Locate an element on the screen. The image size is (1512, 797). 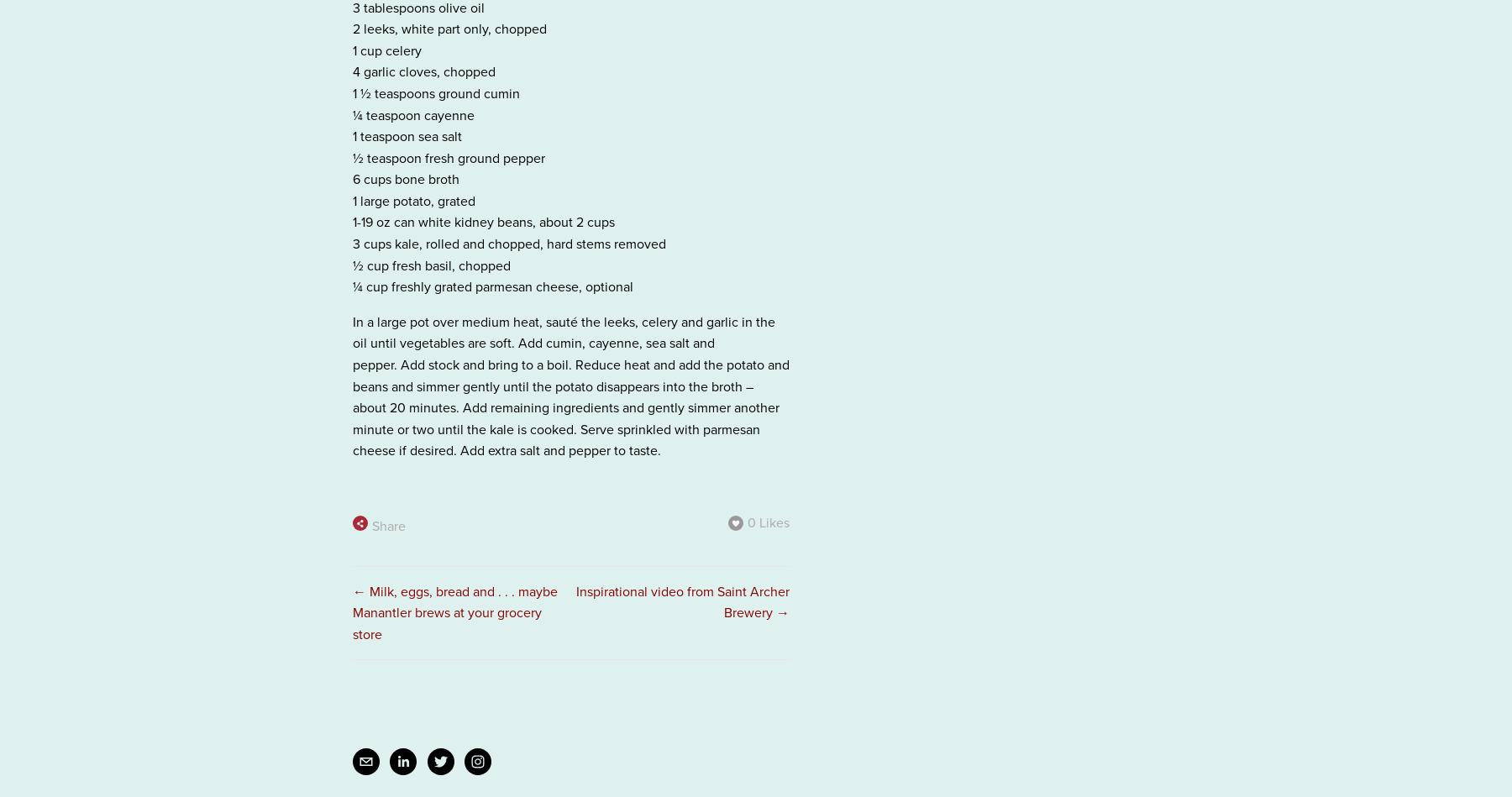
'1-19 oz can white kidney beans, about 2 cups' is located at coordinates (484, 221).